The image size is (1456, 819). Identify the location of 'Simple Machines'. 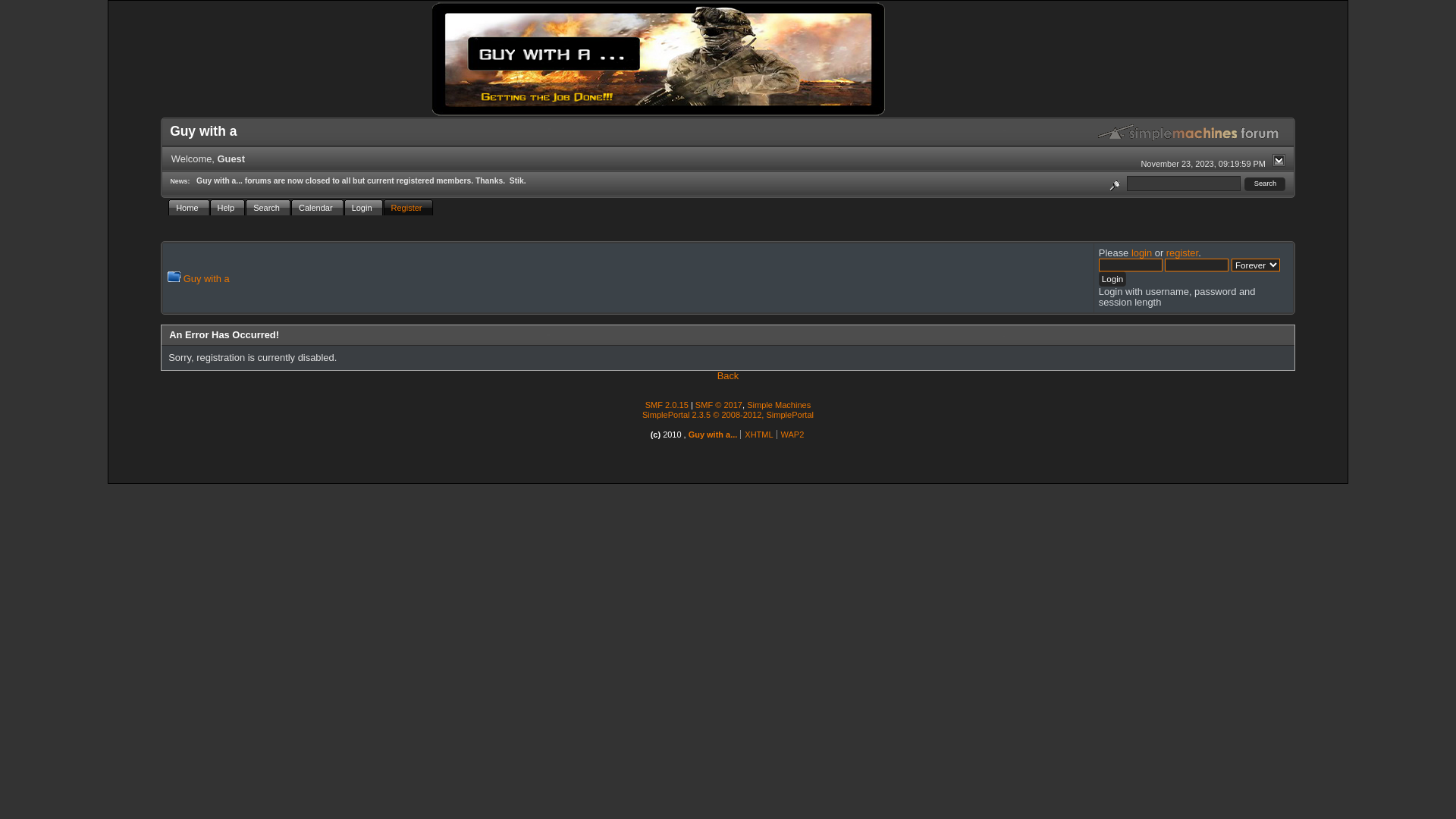
(779, 403).